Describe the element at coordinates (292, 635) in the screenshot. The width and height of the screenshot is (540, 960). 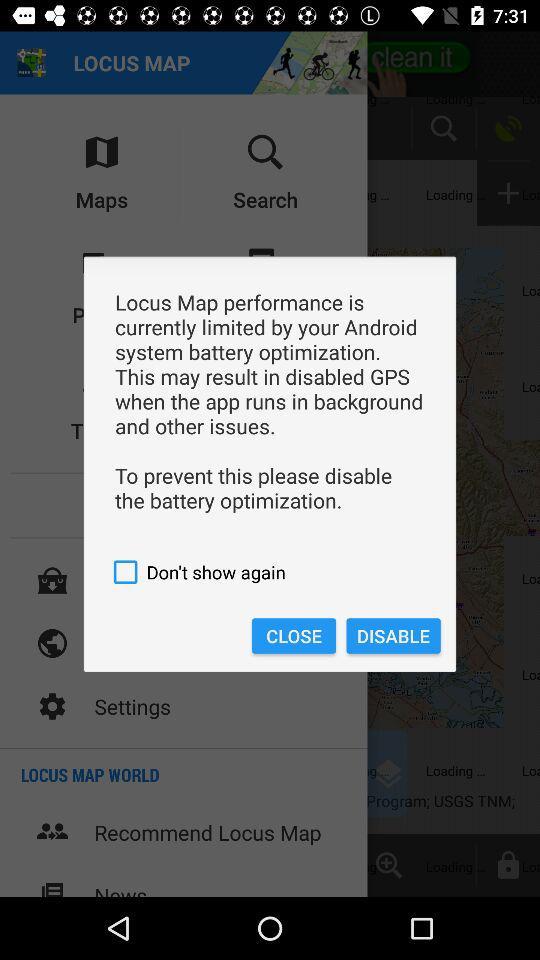
I see `the close item` at that location.